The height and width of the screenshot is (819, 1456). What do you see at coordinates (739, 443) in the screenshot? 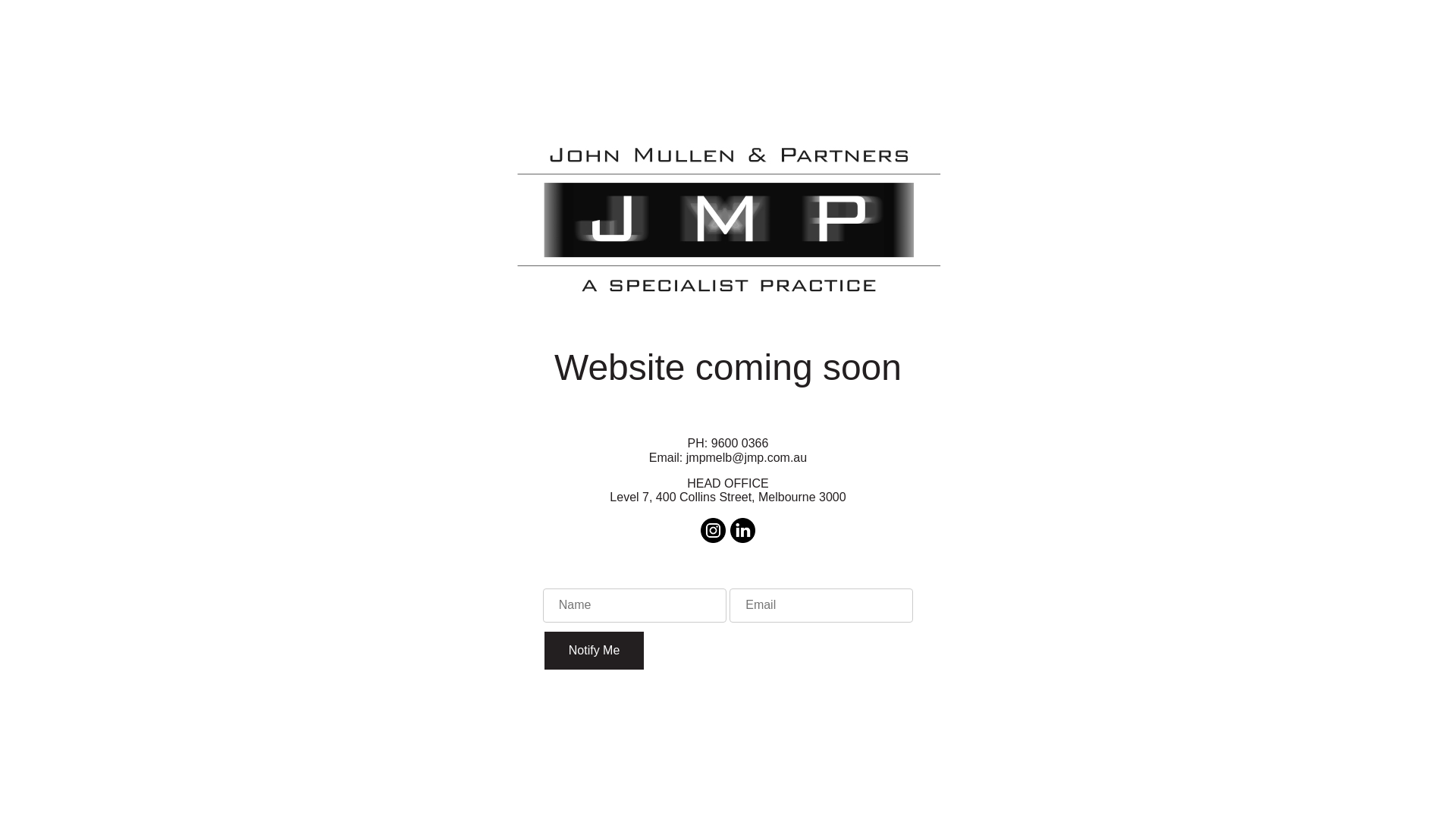
I see `'9600 0366'` at bounding box center [739, 443].